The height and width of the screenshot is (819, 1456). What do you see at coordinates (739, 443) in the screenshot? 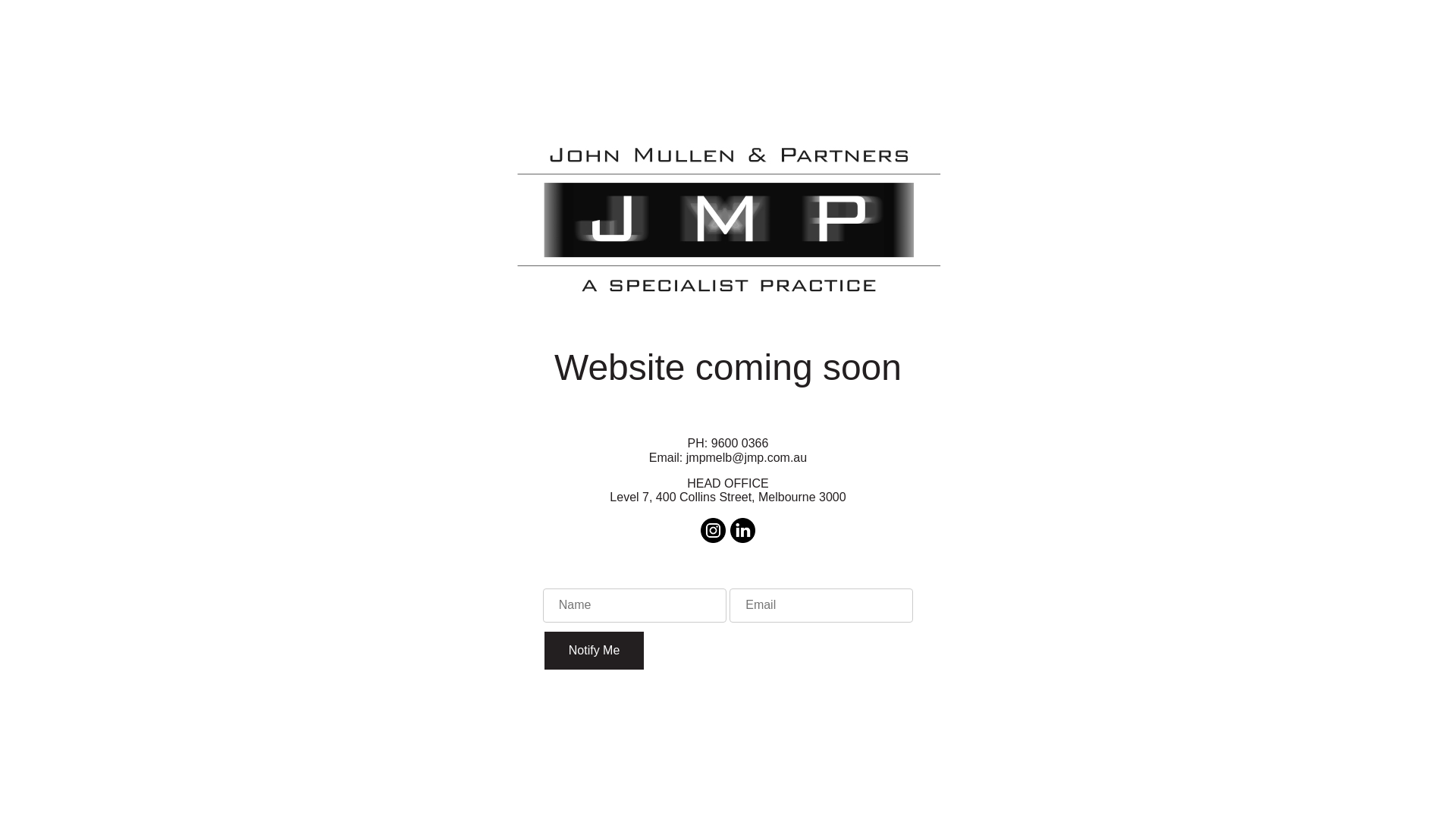
I see `'9600 0366'` at bounding box center [739, 443].